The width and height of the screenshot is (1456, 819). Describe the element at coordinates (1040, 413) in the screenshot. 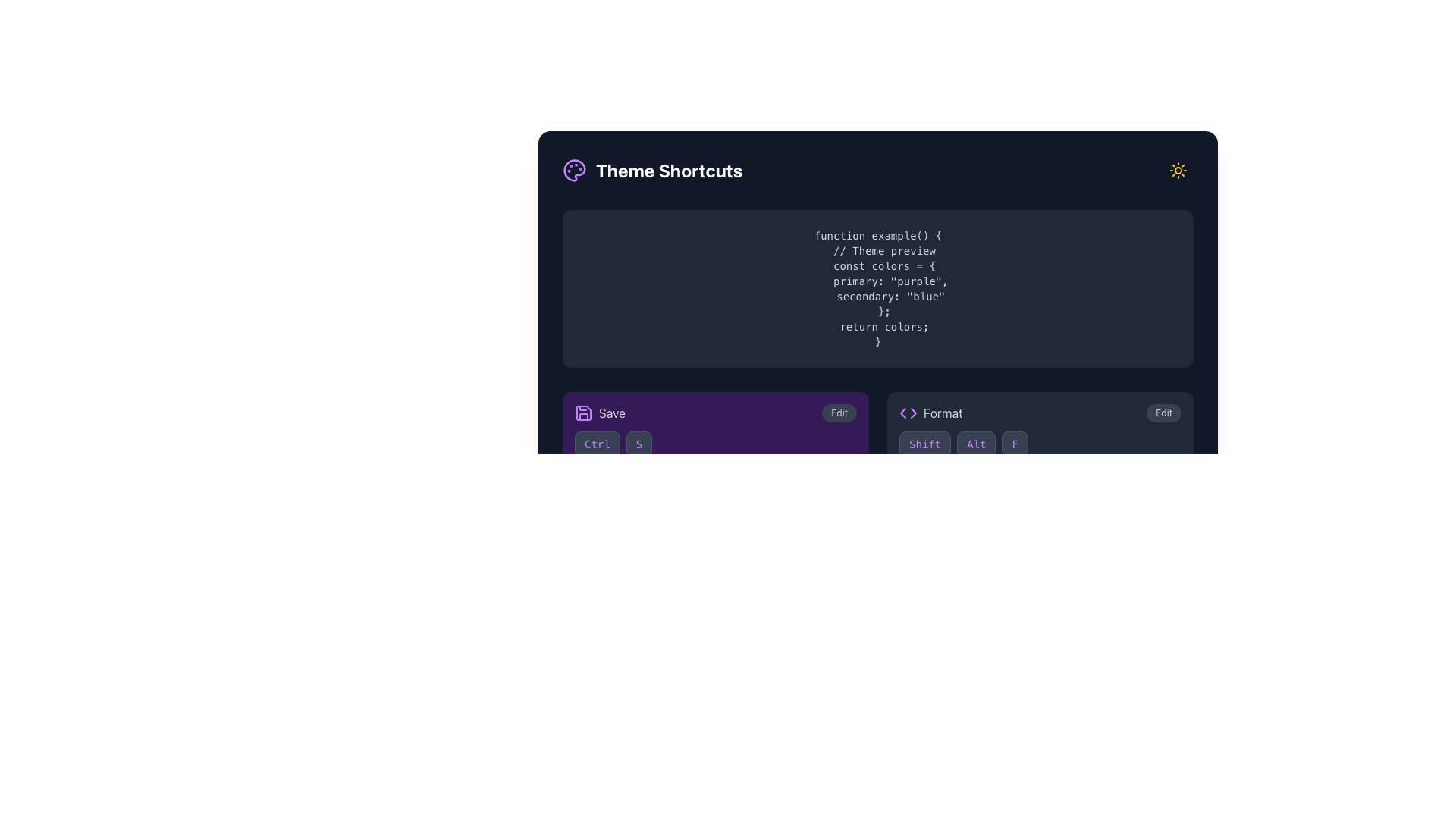

I see `the 'Edit' button in the 'Format' composite UI element, which is styled with a rounded rectangle shape and a gray background, located at the bottom right of the view` at that location.